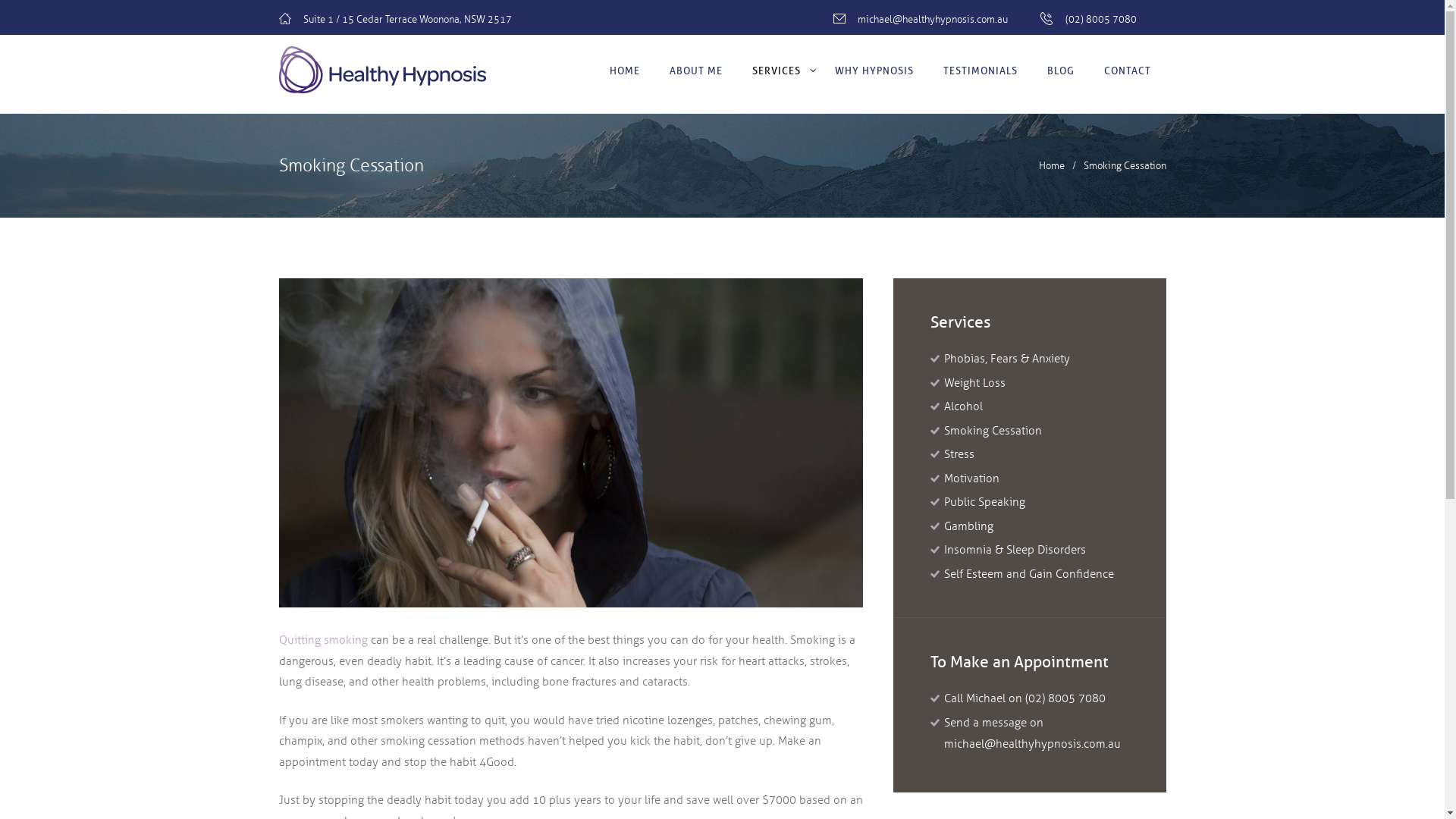  What do you see at coordinates (1015, 550) in the screenshot?
I see `'Insomnia & Sleep Disorders'` at bounding box center [1015, 550].